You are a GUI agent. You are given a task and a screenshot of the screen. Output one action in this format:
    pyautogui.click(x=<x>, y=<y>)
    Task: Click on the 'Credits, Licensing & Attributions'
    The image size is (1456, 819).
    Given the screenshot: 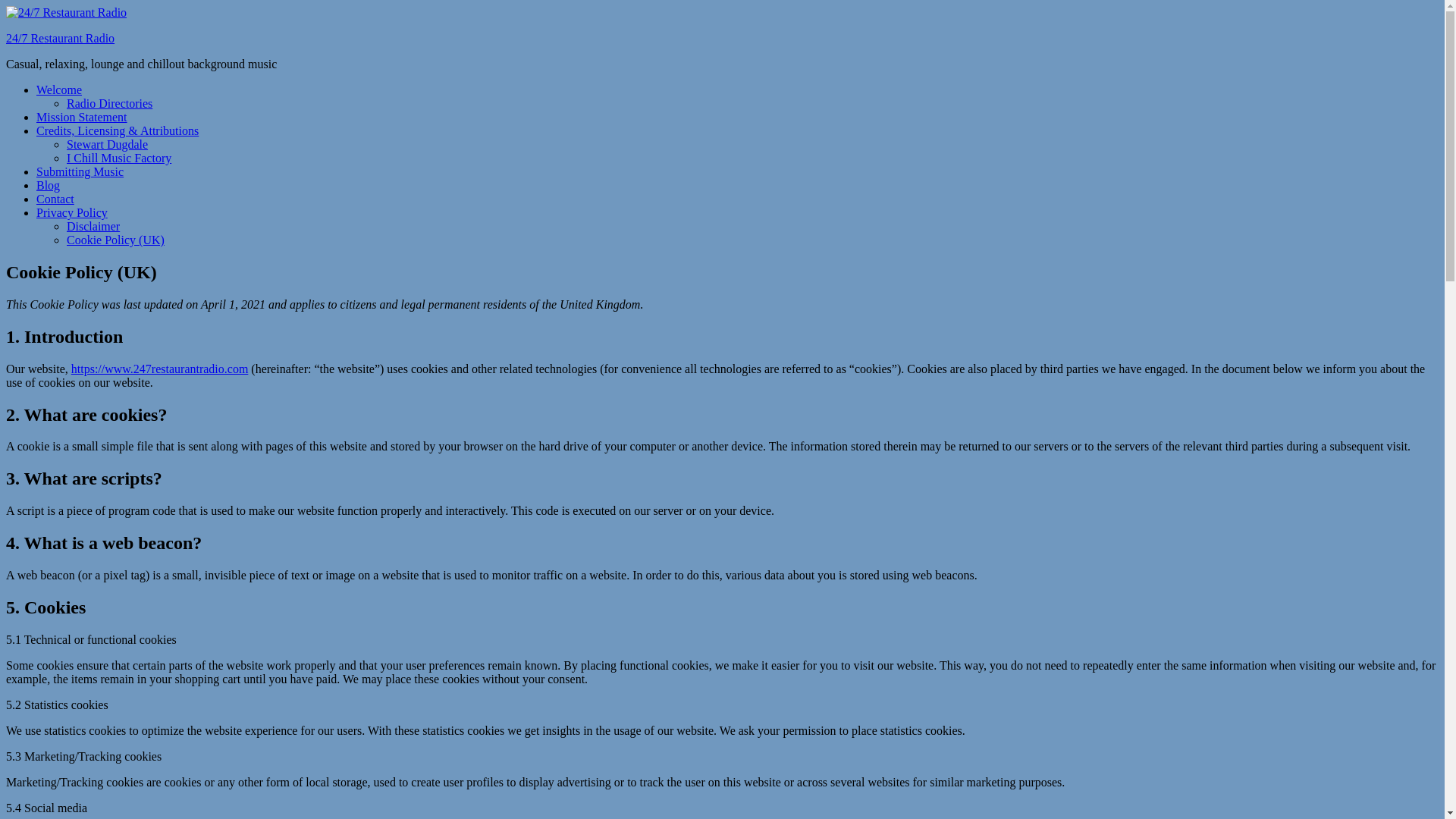 What is the action you would take?
    pyautogui.click(x=116, y=130)
    